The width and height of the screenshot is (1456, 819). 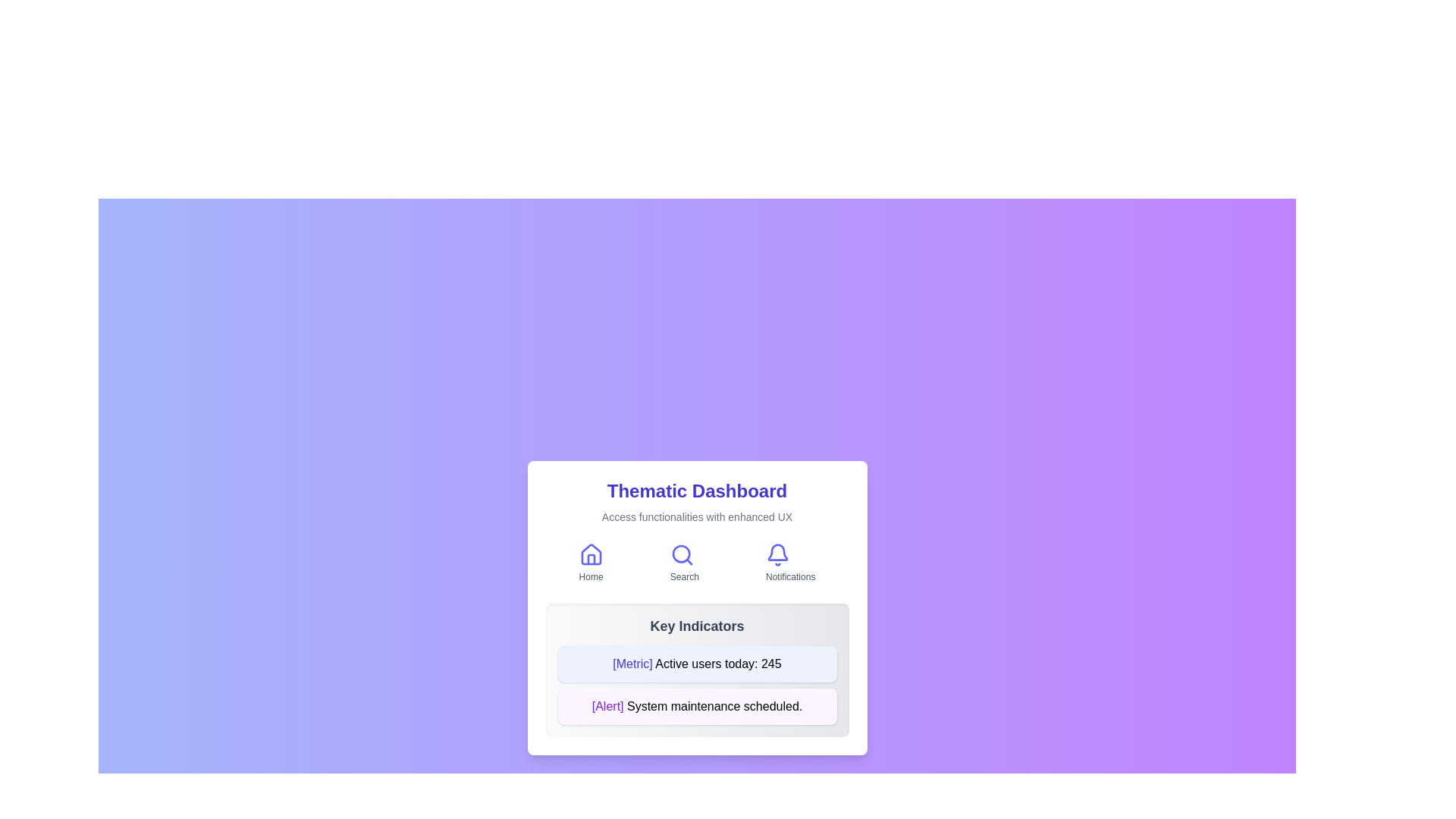 What do you see at coordinates (778, 552) in the screenshot?
I see `the bell vector graphic icon for notifications` at bounding box center [778, 552].